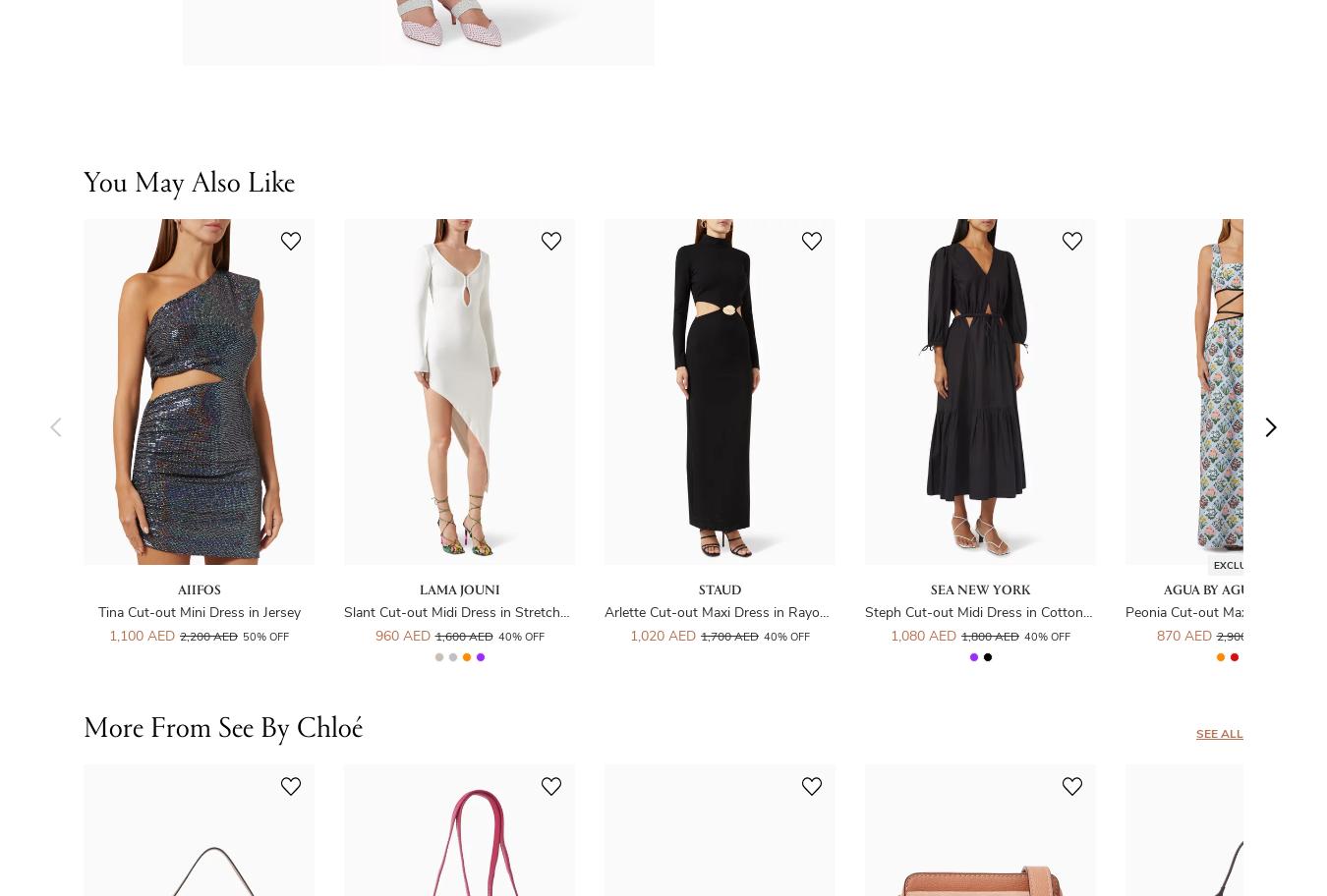 The width and height of the screenshot is (1327, 896). I want to click on 'EXCLUSIVE', so click(1212, 565).